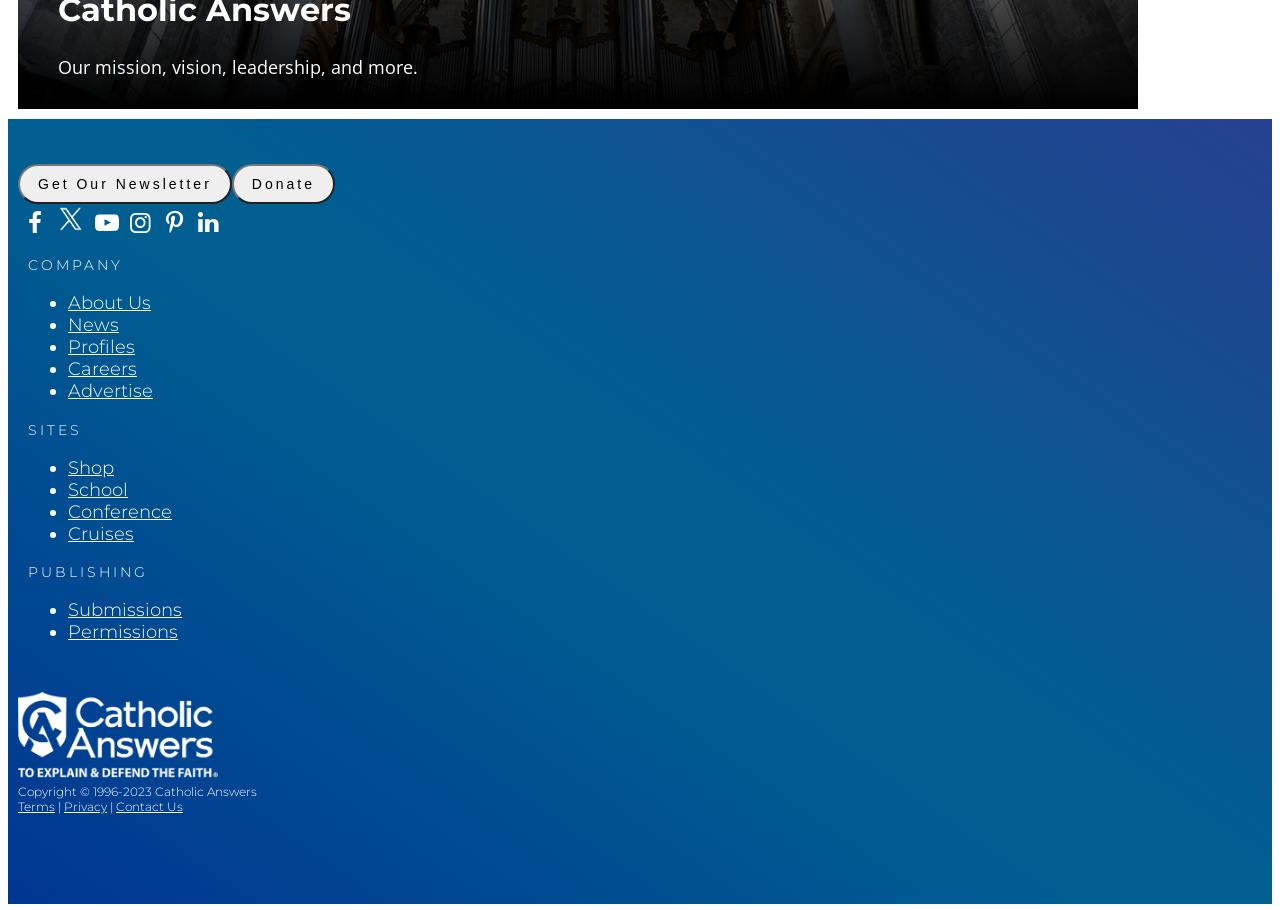  Describe the element at coordinates (75, 262) in the screenshot. I see `'Company'` at that location.